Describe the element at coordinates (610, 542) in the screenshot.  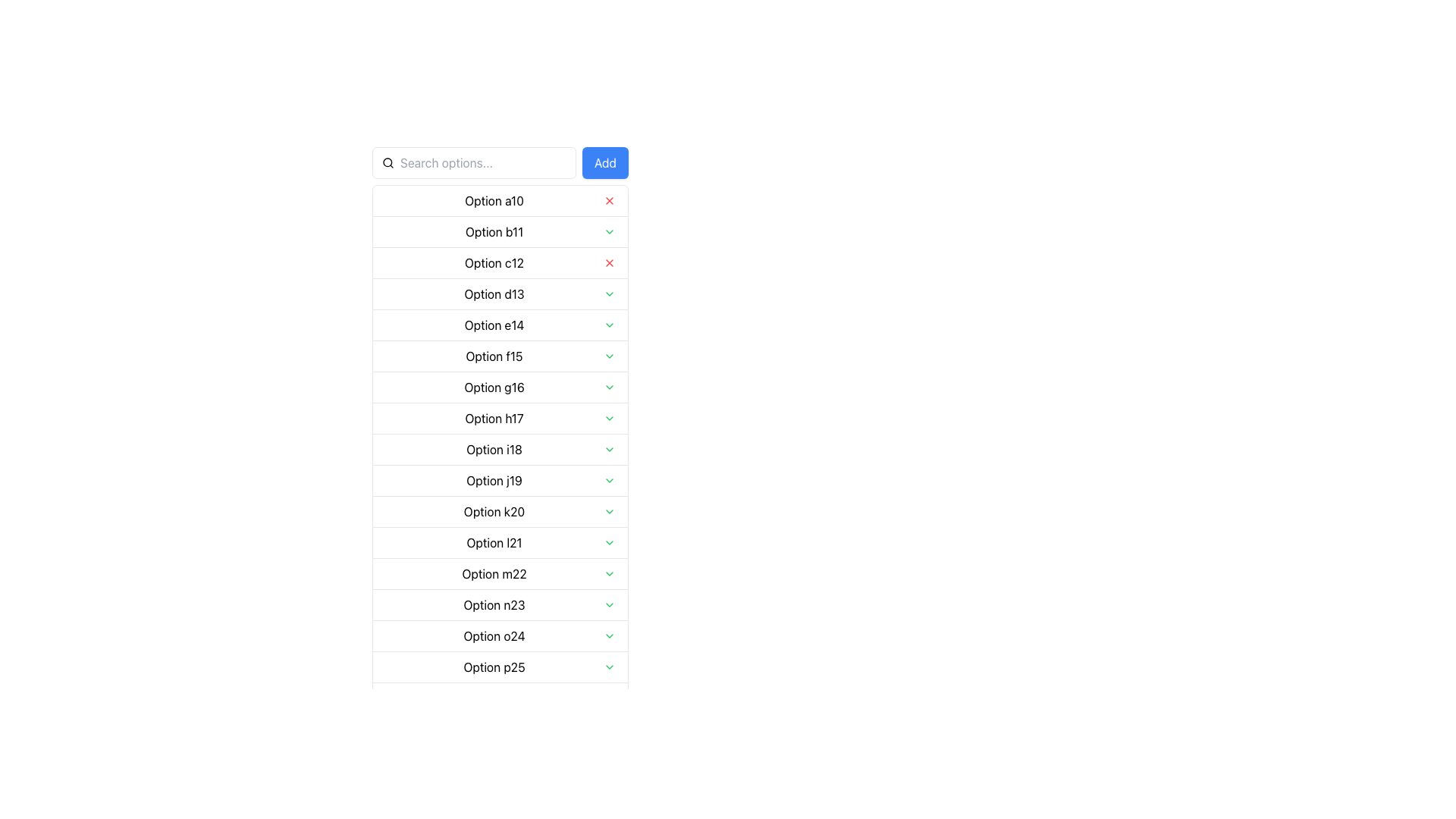
I see `the green downward-pointing chevron icon located at the right end of the list item labeled 'Option l21'` at that location.